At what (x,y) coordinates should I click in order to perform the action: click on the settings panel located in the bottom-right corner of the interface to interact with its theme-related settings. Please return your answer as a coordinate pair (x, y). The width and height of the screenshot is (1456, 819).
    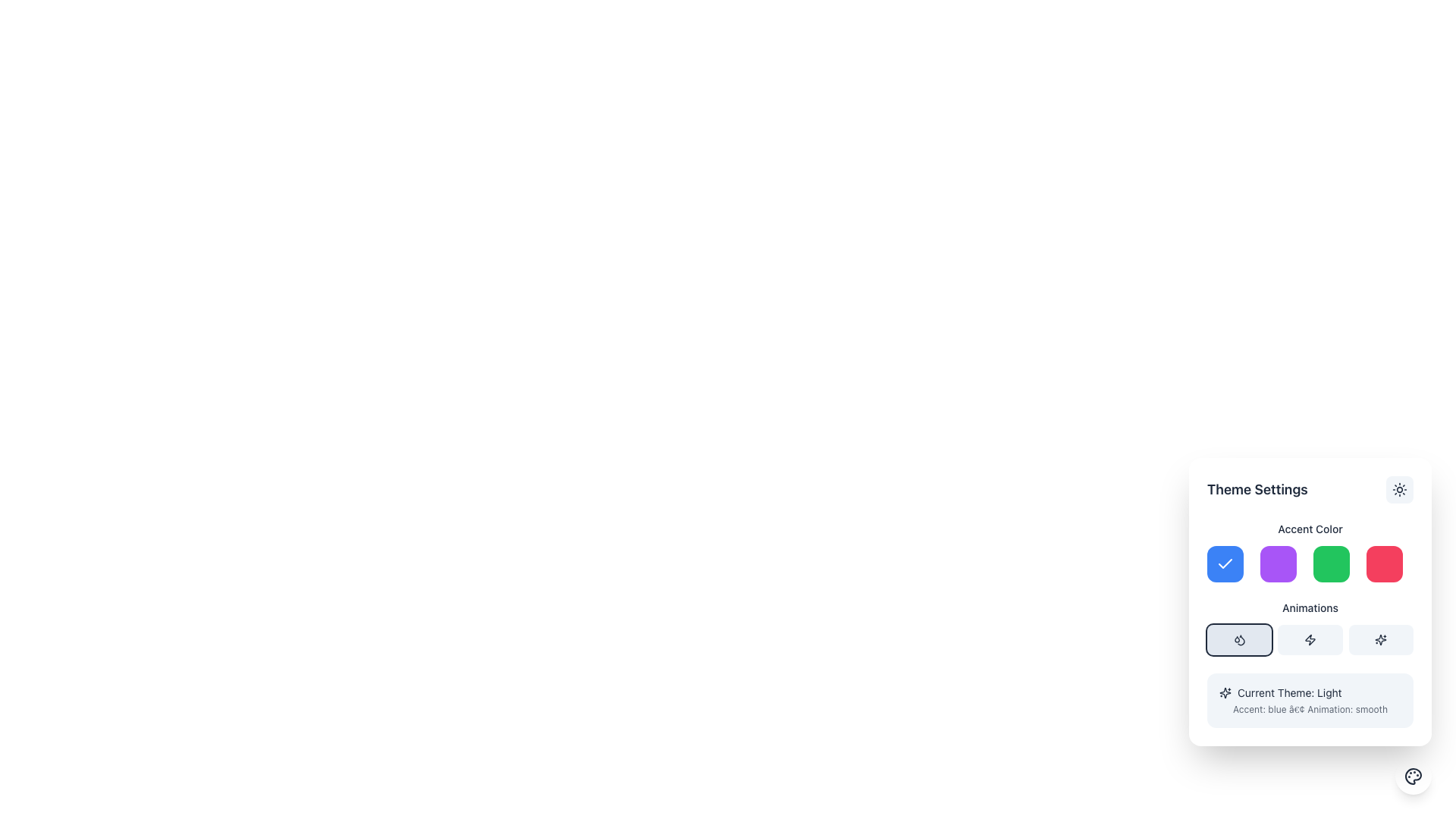
    Looking at the image, I should click on (1310, 601).